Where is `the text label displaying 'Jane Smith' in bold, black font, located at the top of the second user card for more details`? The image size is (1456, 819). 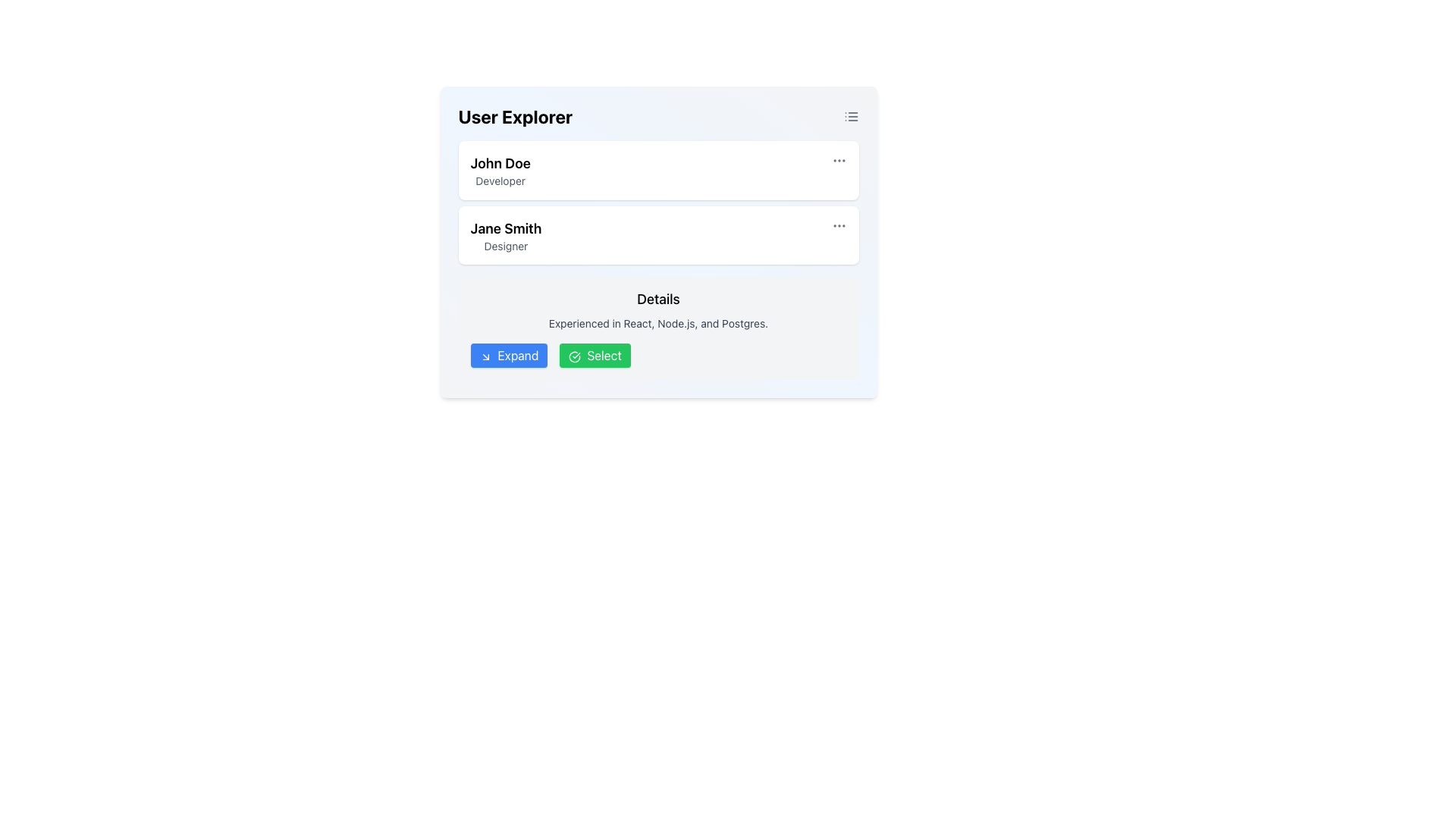
the text label displaying 'Jane Smith' in bold, black font, located at the top of the second user card for more details is located at coordinates (506, 228).